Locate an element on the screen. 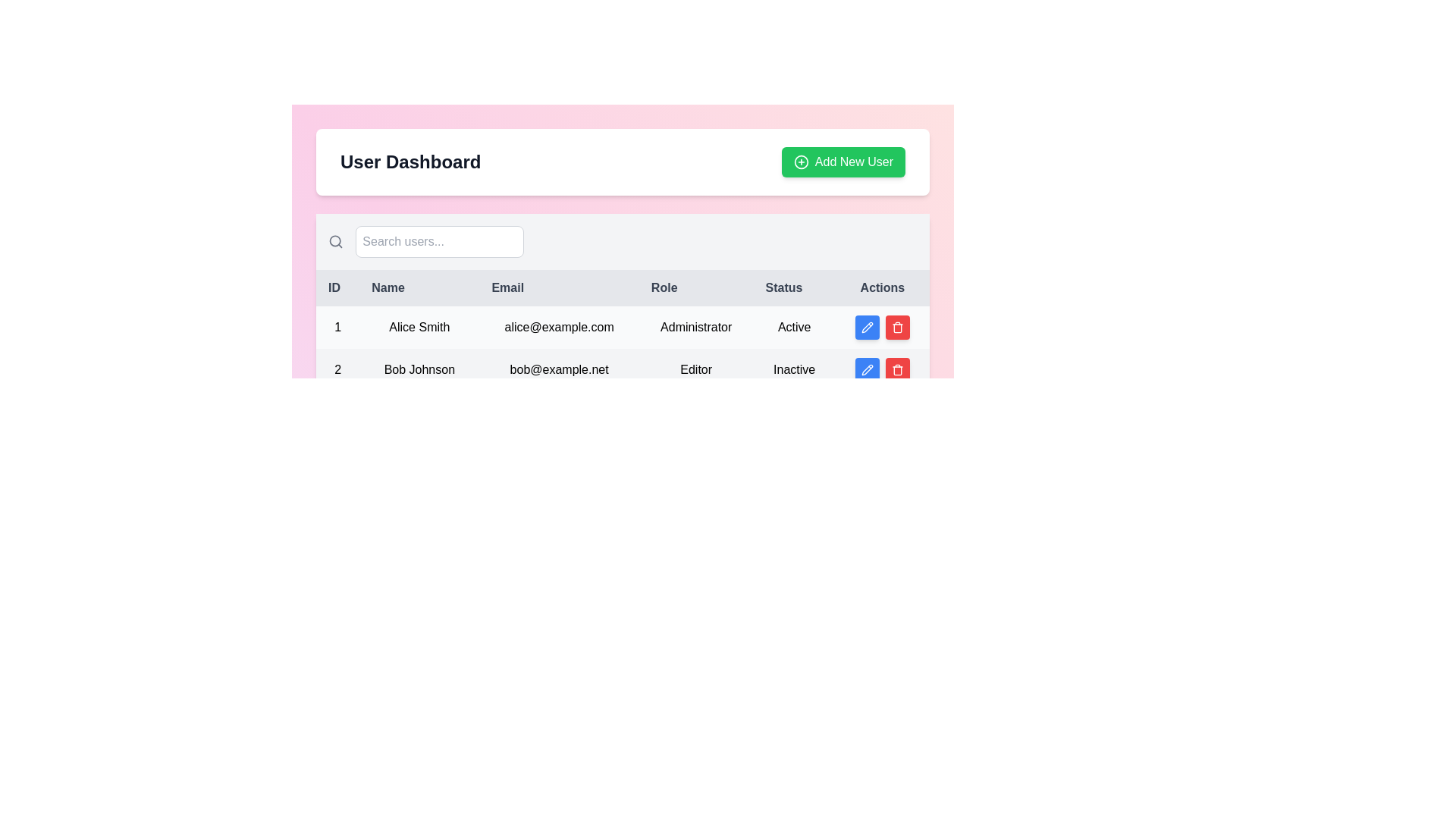 This screenshot has width=1456, height=819. the text label displaying the email address 'alice@example.com' located in the third column of the user information table, under the 'Email' header is located at coordinates (558, 327).